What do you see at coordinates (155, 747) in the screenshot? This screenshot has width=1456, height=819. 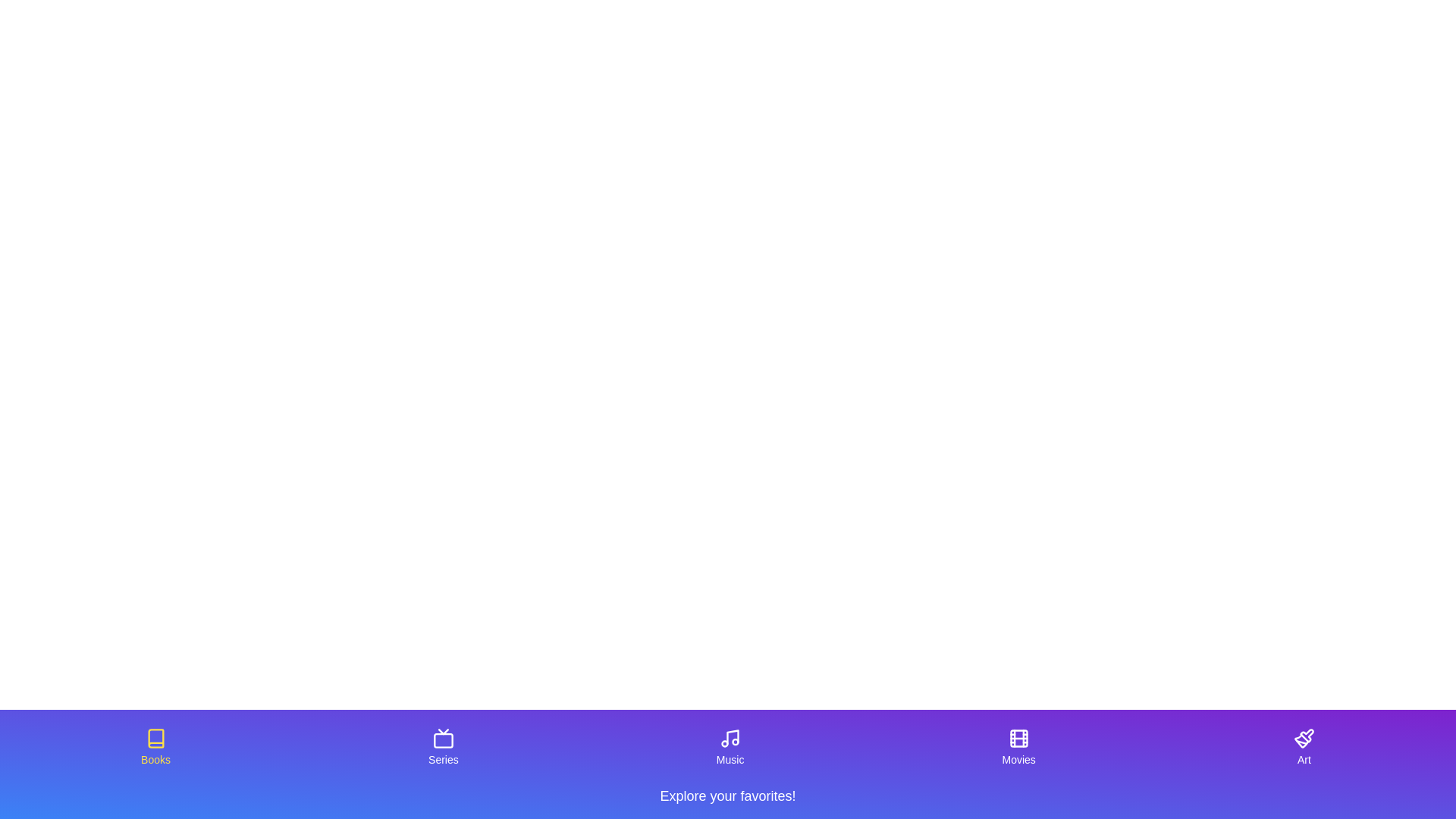 I see `the tab labeled 'Books' to observe its hover effect` at bounding box center [155, 747].